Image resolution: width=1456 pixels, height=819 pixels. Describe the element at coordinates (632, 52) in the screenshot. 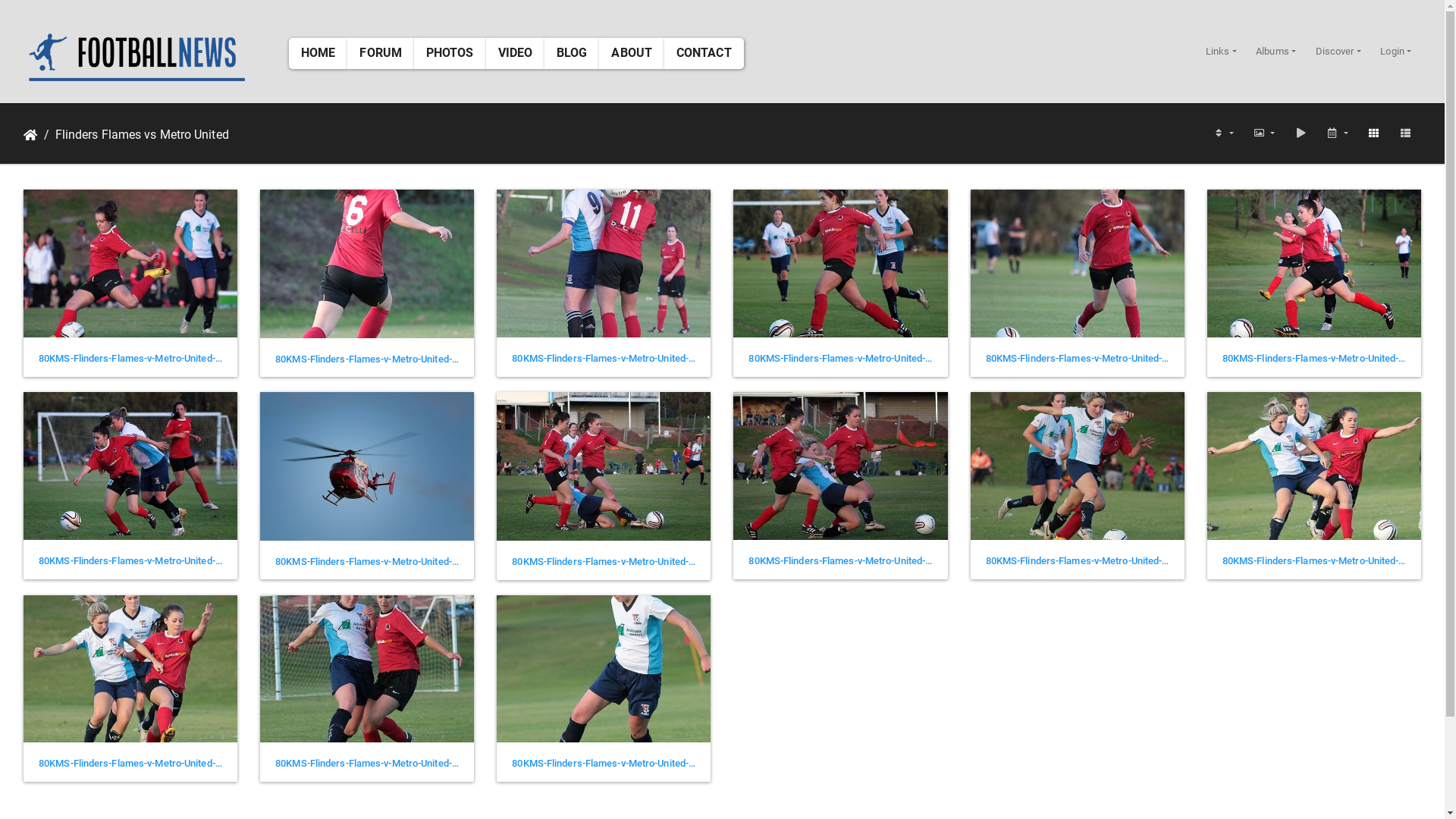

I see `'ABOUT'` at that location.